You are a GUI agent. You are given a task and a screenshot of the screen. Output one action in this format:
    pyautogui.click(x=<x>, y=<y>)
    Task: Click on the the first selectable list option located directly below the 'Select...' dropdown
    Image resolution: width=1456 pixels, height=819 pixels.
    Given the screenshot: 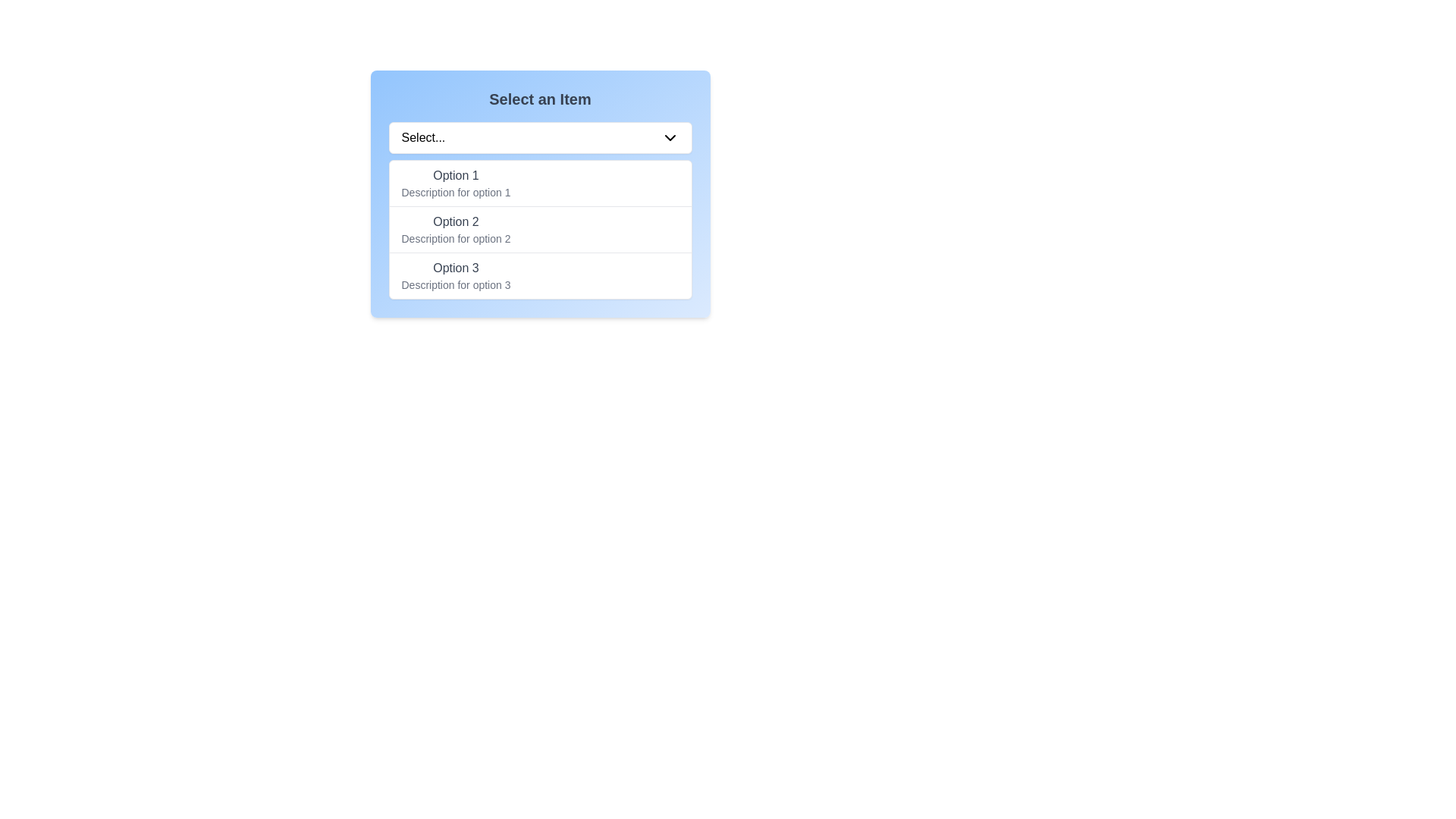 What is the action you would take?
    pyautogui.click(x=540, y=183)
    